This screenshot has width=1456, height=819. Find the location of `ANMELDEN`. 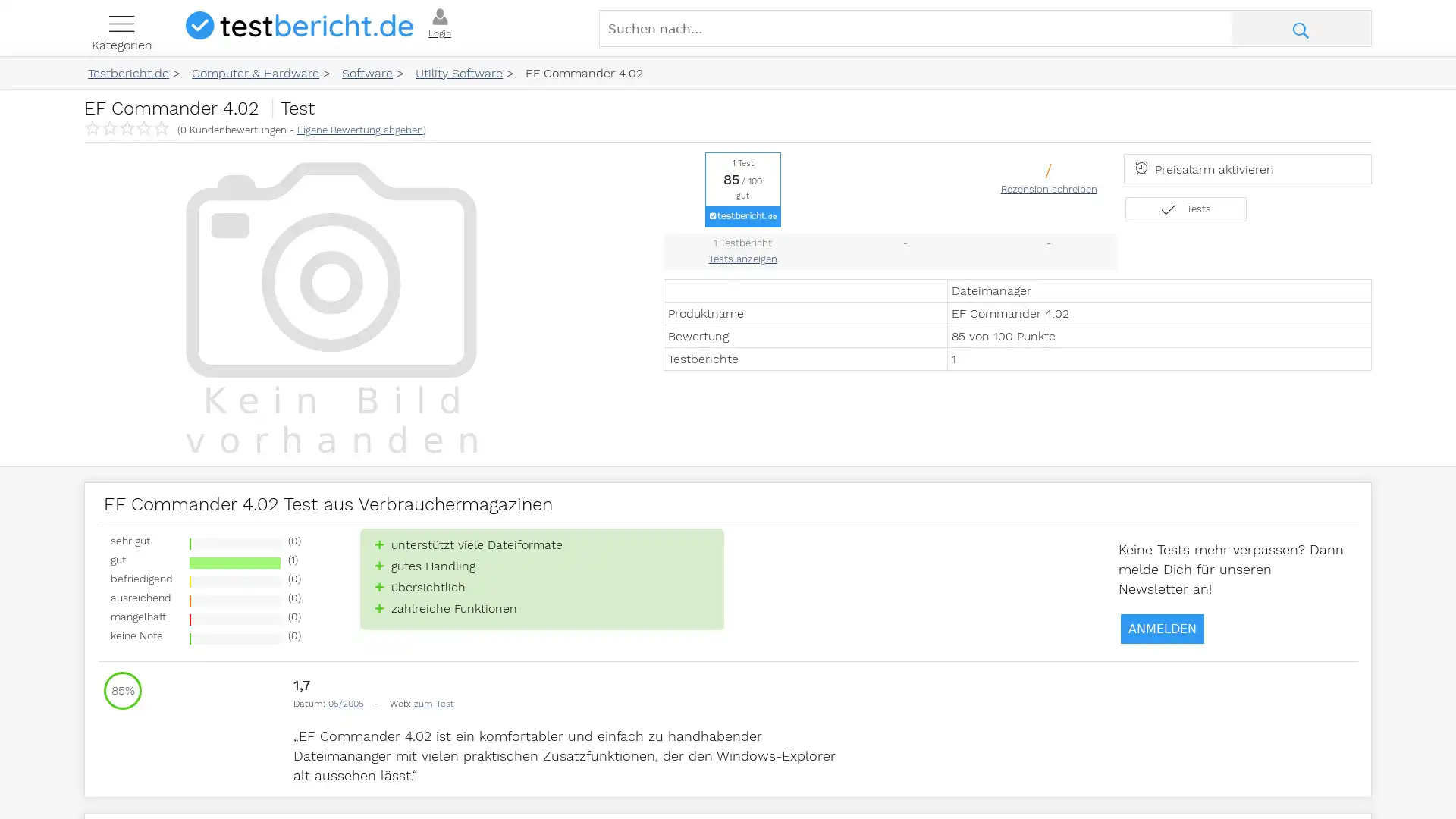

ANMELDEN is located at coordinates (1161, 629).